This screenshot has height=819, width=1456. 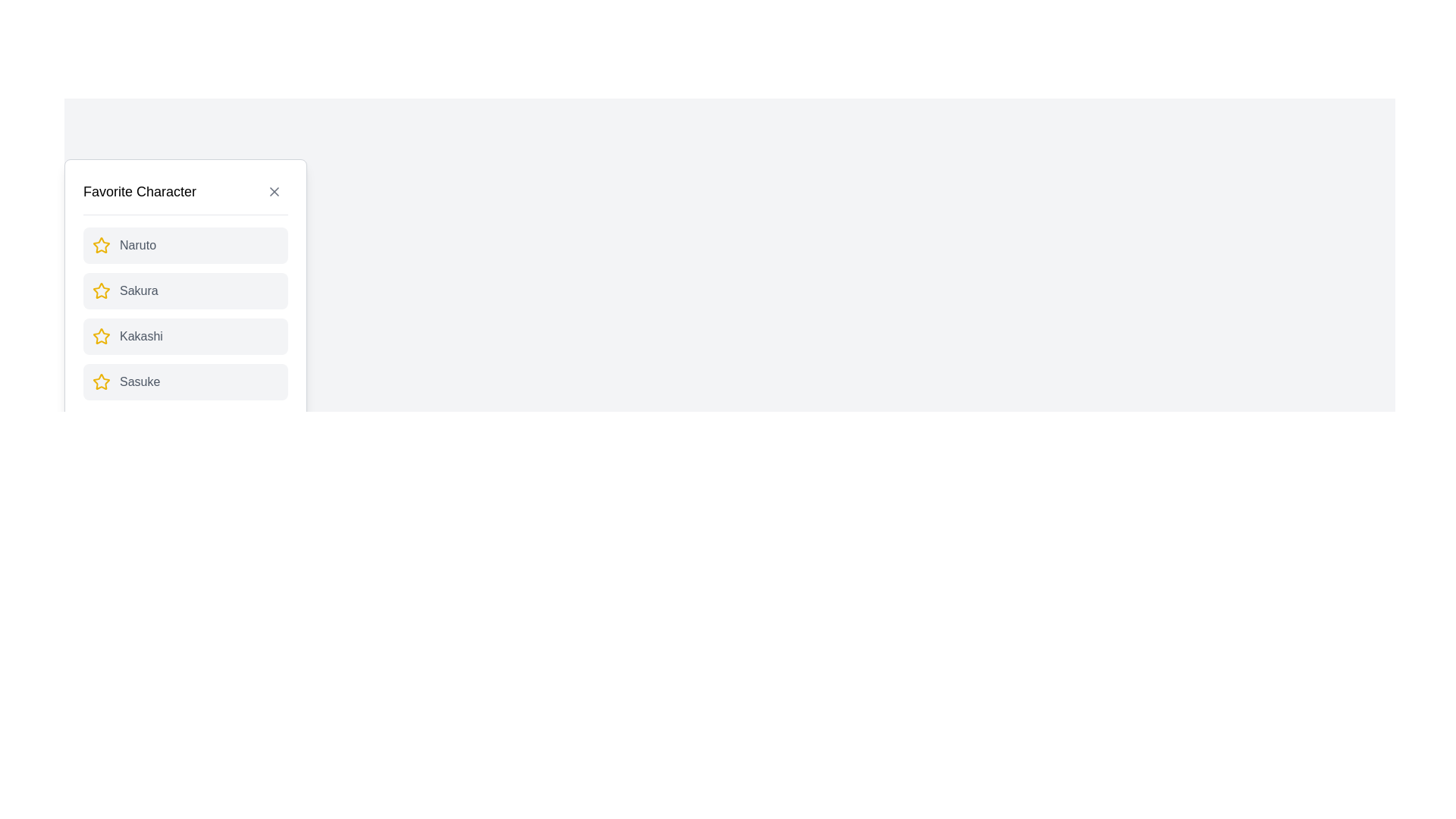 What do you see at coordinates (274, 191) in the screenshot?
I see `the close button located at the top-right corner of the 'Favorite Character' section` at bounding box center [274, 191].